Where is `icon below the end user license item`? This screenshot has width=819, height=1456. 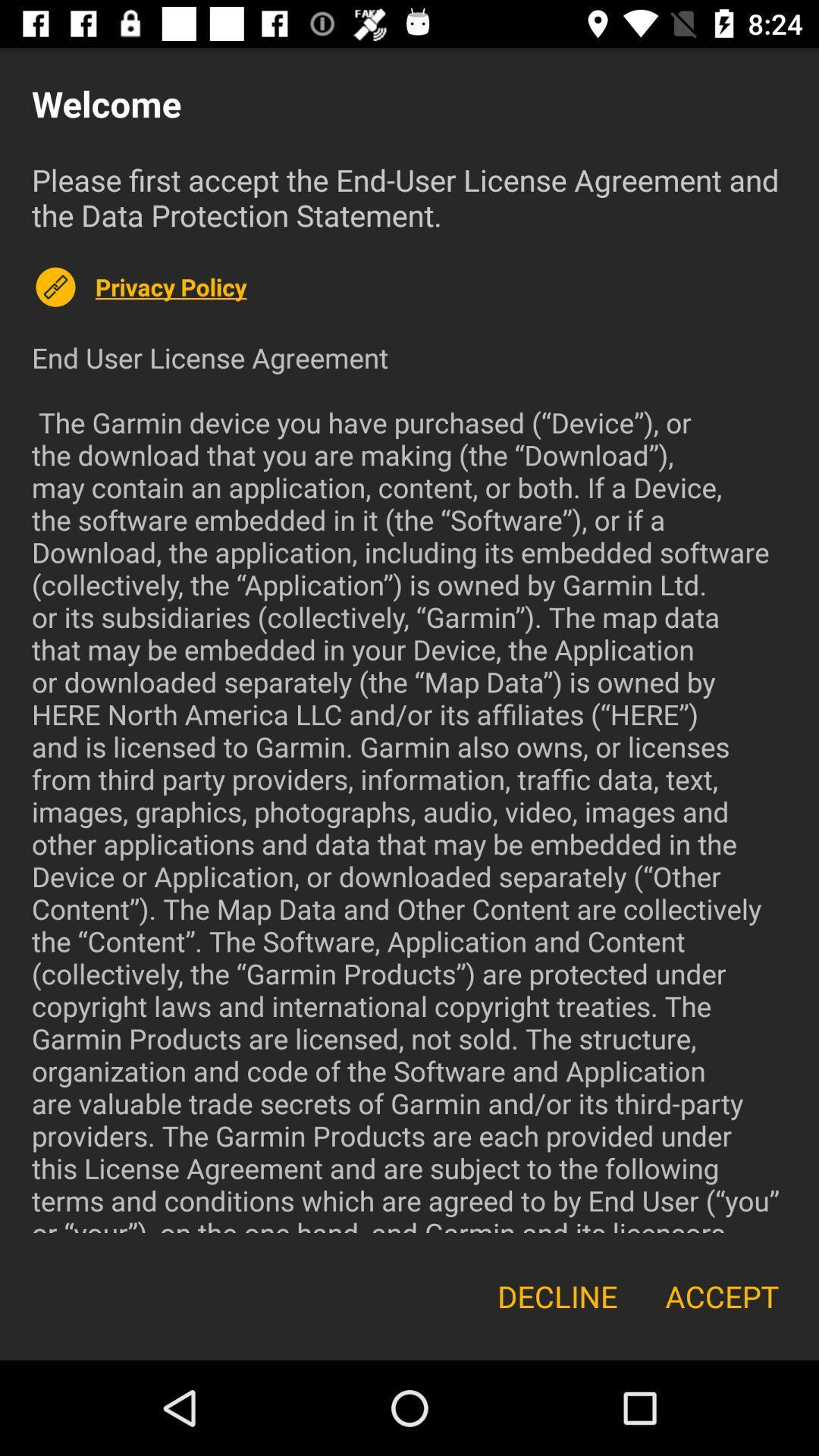
icon below the end user license item is located at coordinates (557, 1295).